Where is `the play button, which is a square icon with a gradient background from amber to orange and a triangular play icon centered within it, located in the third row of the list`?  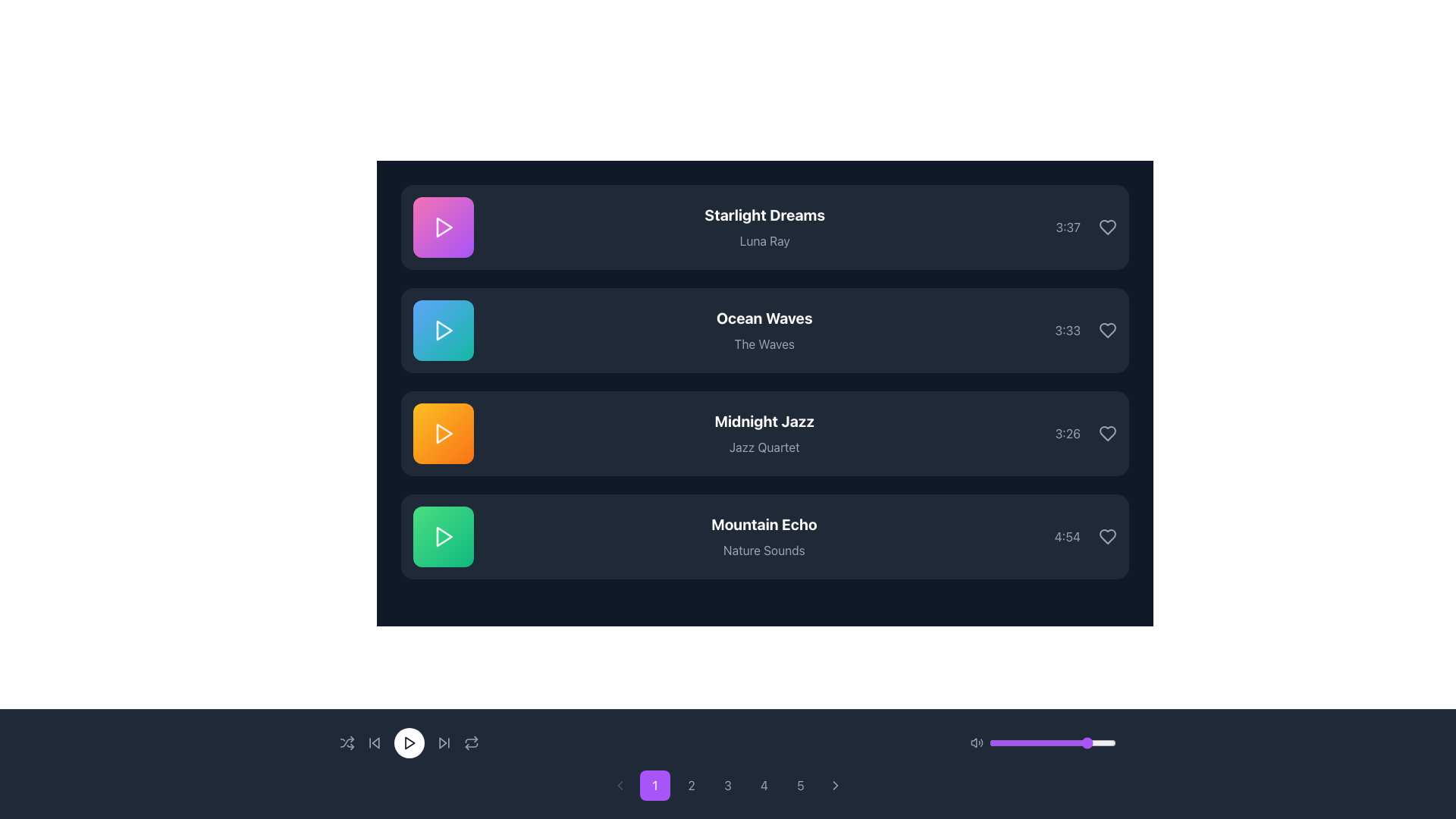
the play button, which is a square icon with a gradient background from amber to orange and a triangular play icon centered within it, located in the third row of the list is located at coordinates (443, 433).